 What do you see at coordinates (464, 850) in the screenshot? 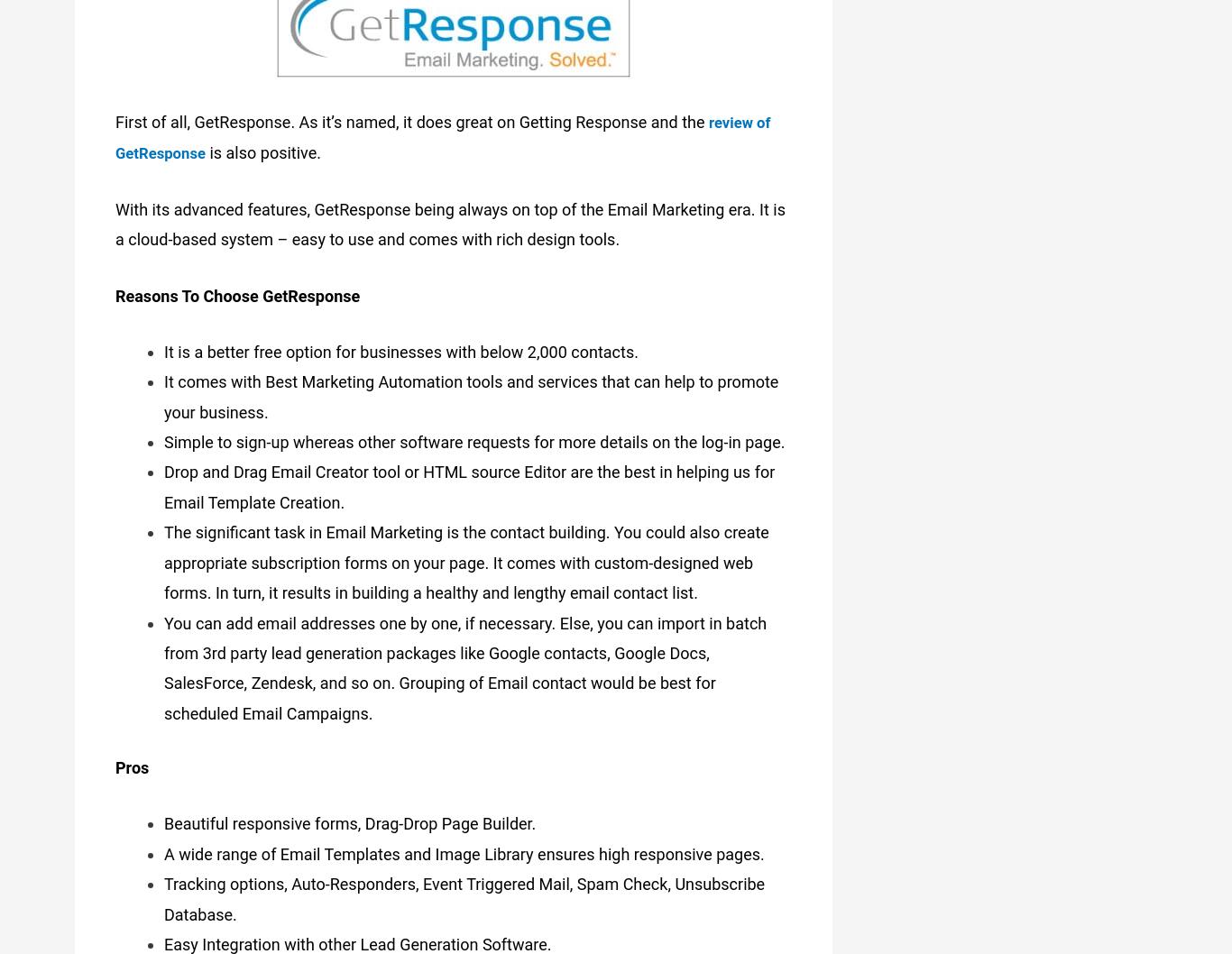
I see `'A wide range of Email Templates and Image Library ensures high responsive pages.'` at bounding box center [464, 850].